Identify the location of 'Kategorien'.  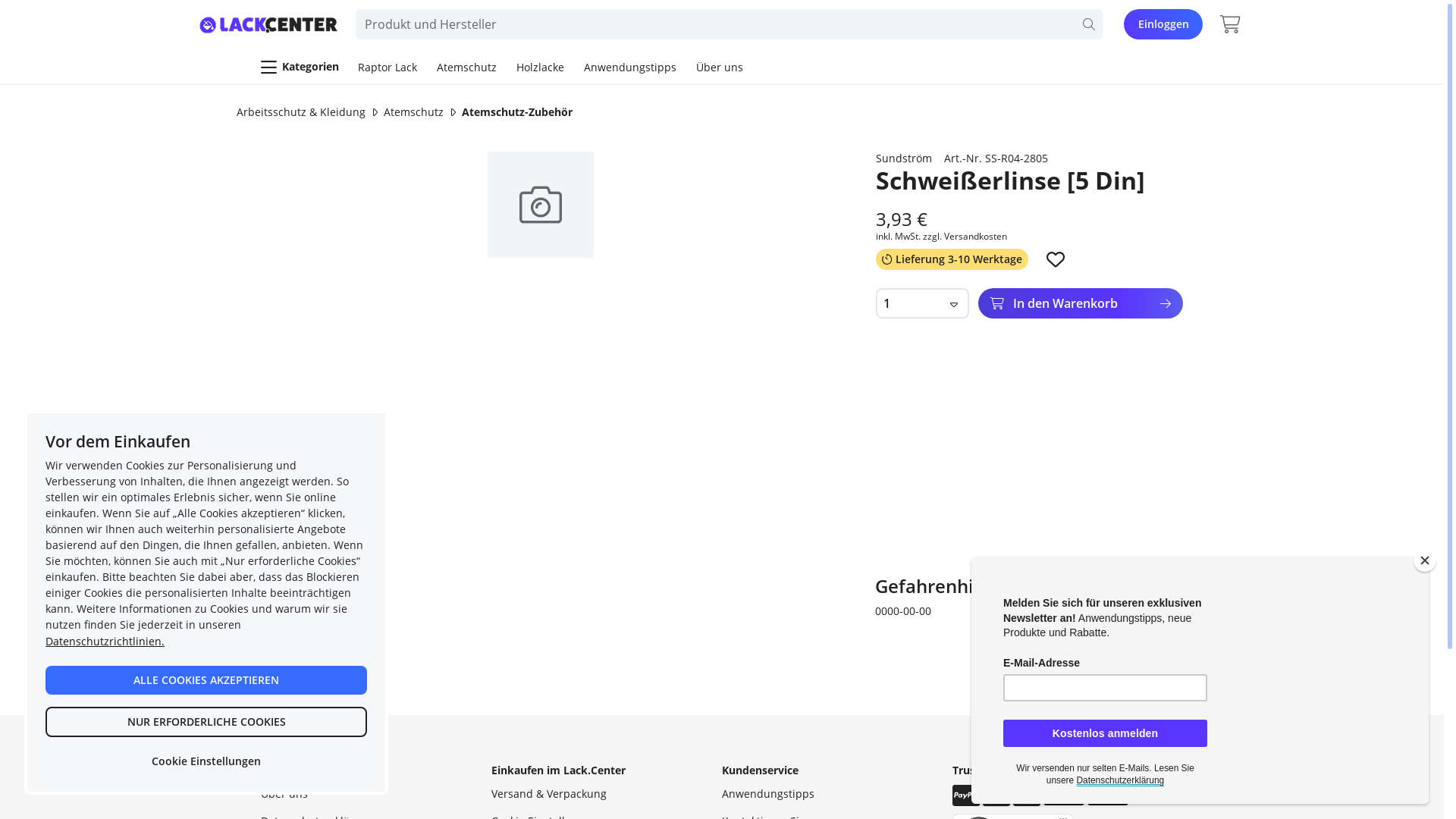
(255, 66).